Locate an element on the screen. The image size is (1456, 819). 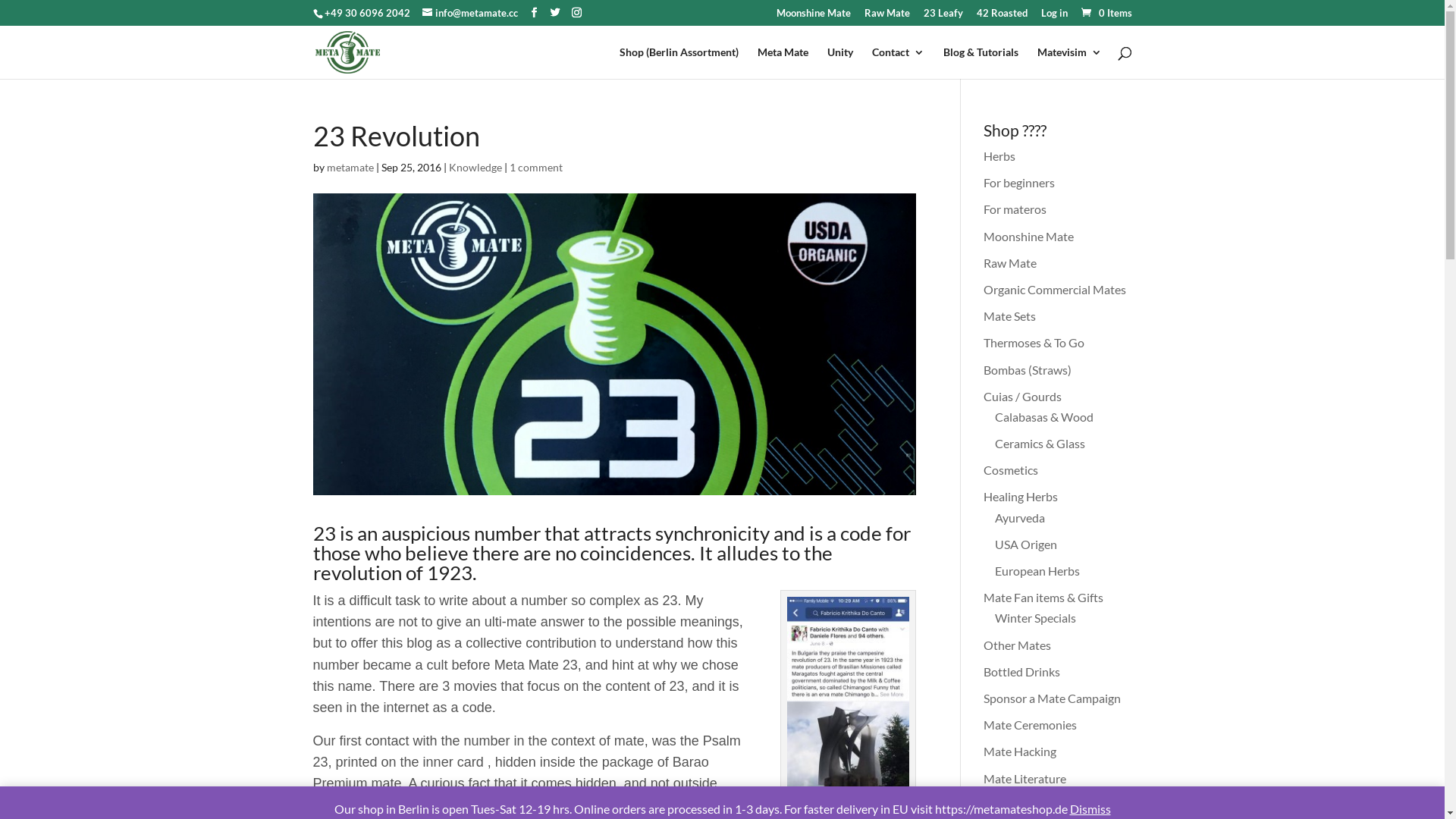
'Matevisim' is located at coordinates (1068, 62).